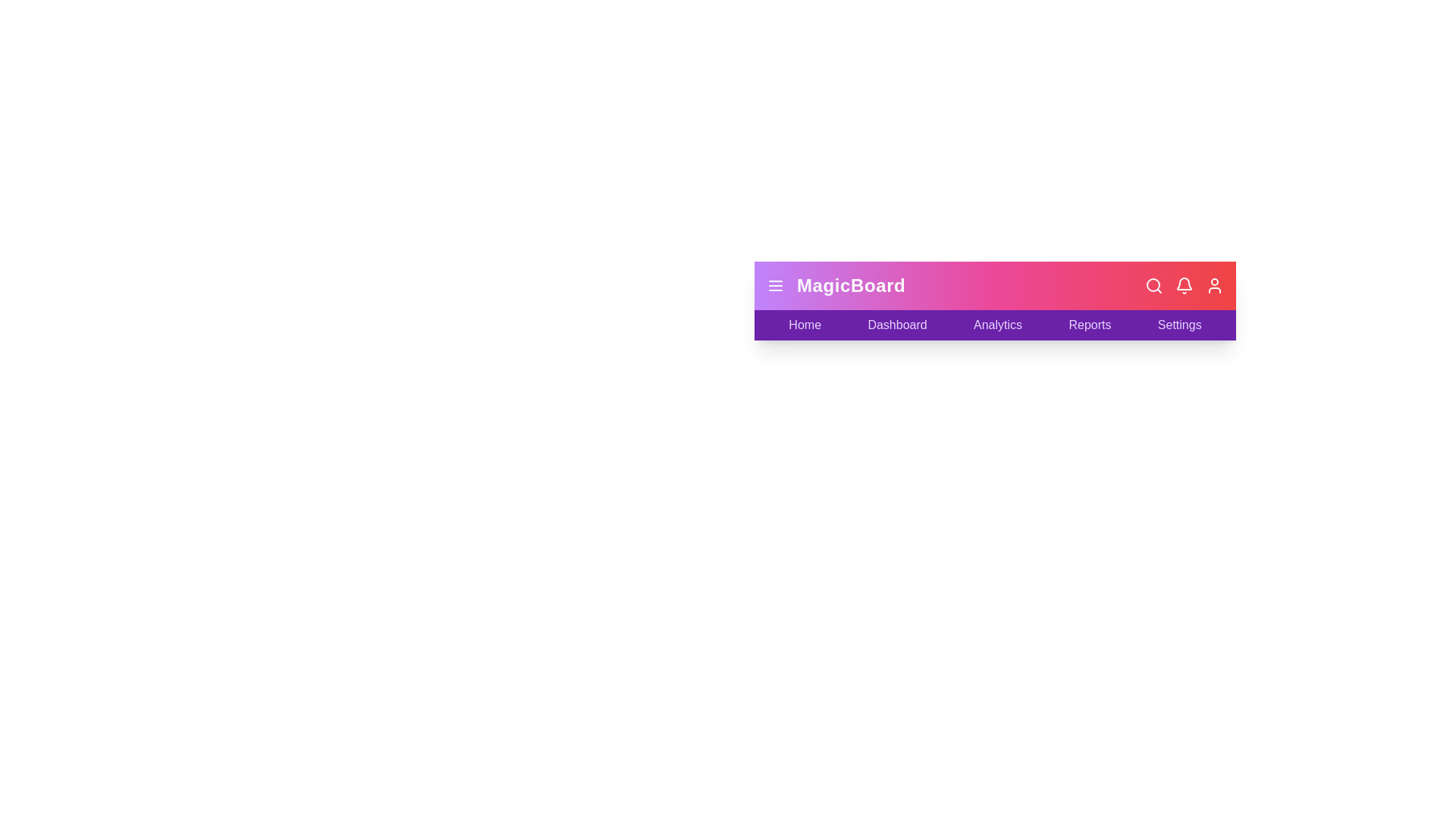  What do you see at coordinates (775, 286) in the screenshot?
I see `menu icon to toggle the visibility of the navigation menu` at bounding box center [775, 286].